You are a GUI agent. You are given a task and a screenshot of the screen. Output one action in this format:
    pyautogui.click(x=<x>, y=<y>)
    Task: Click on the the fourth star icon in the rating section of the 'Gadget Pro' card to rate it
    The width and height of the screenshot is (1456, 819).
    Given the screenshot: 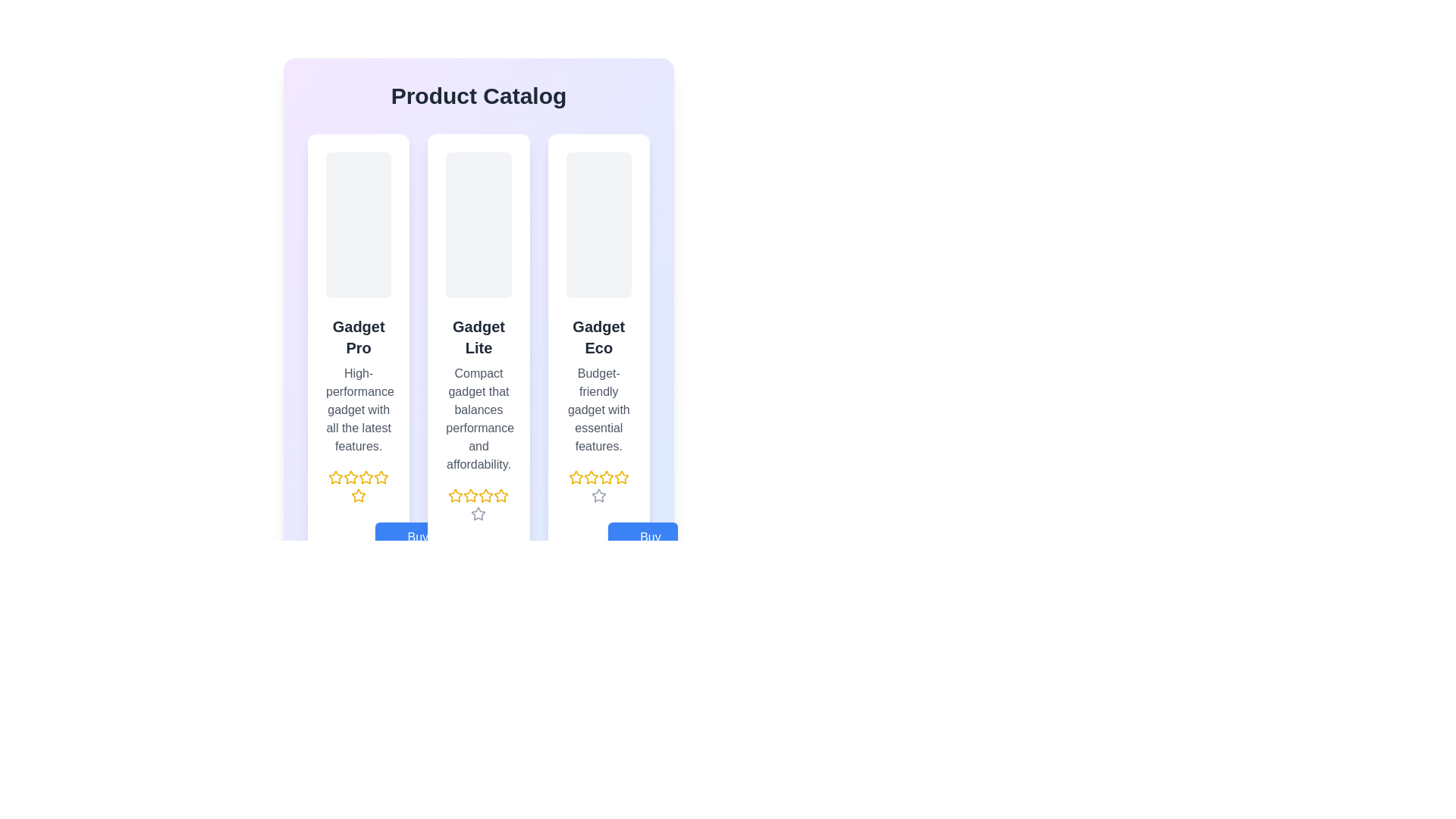 What is the action you would take?
    pyautogui.click(x=350, y=476)
    